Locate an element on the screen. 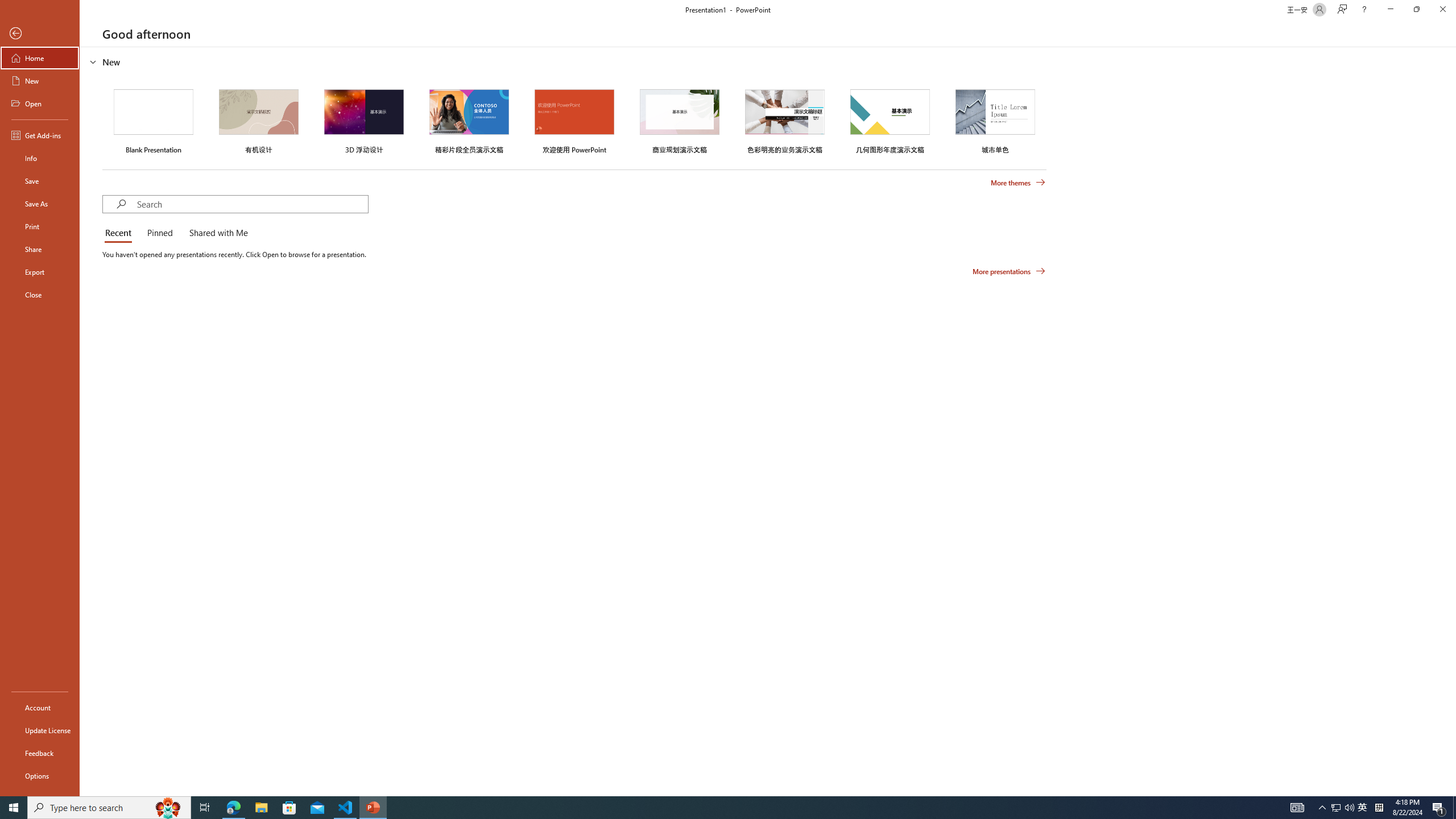  'Restore Down' is located at coordinates (1416, 9).